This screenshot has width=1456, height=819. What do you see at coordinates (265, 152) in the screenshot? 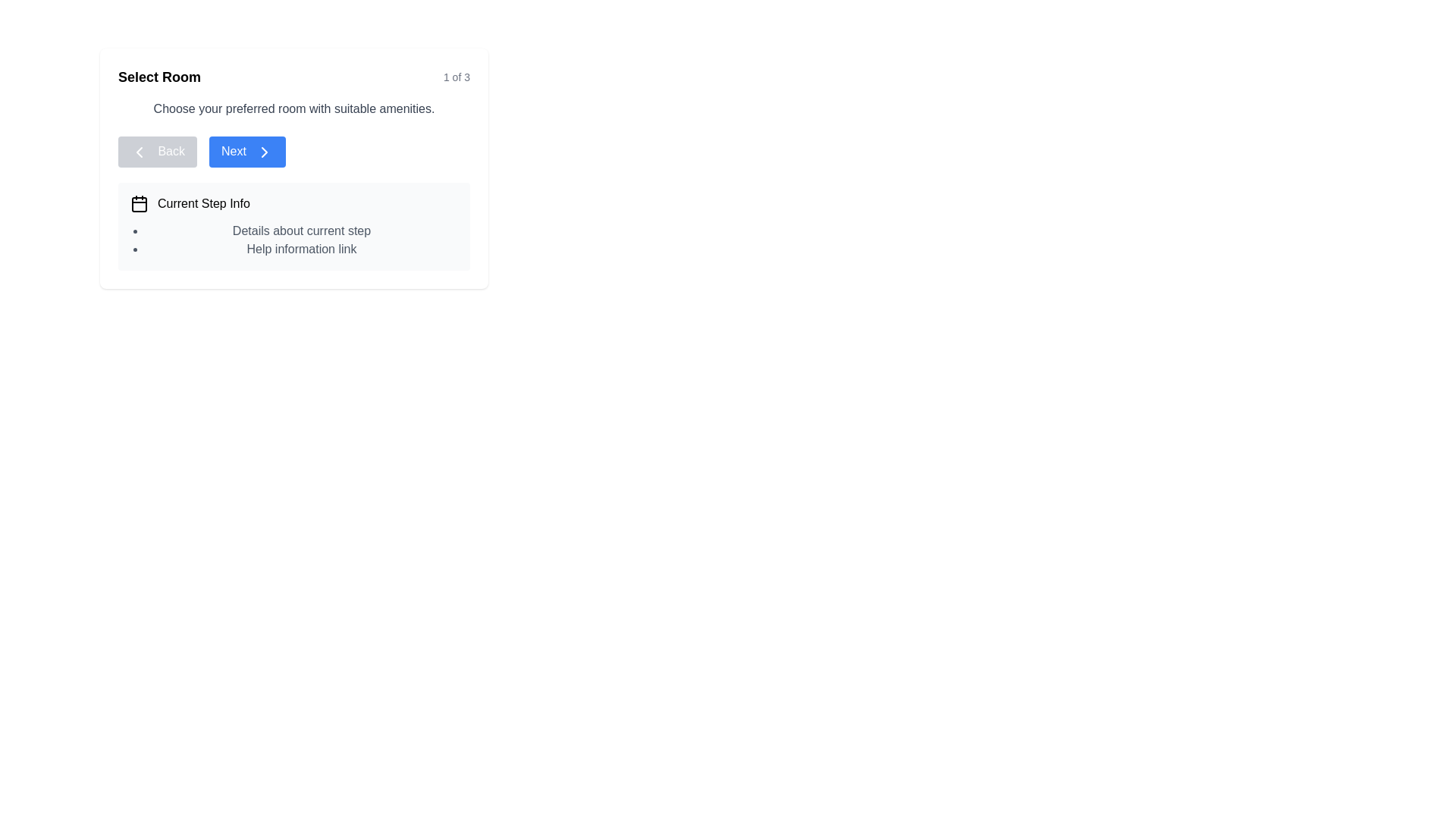
I see `the icon located at the right end of the blue 'Next' button` at bounding box center [265, 152].